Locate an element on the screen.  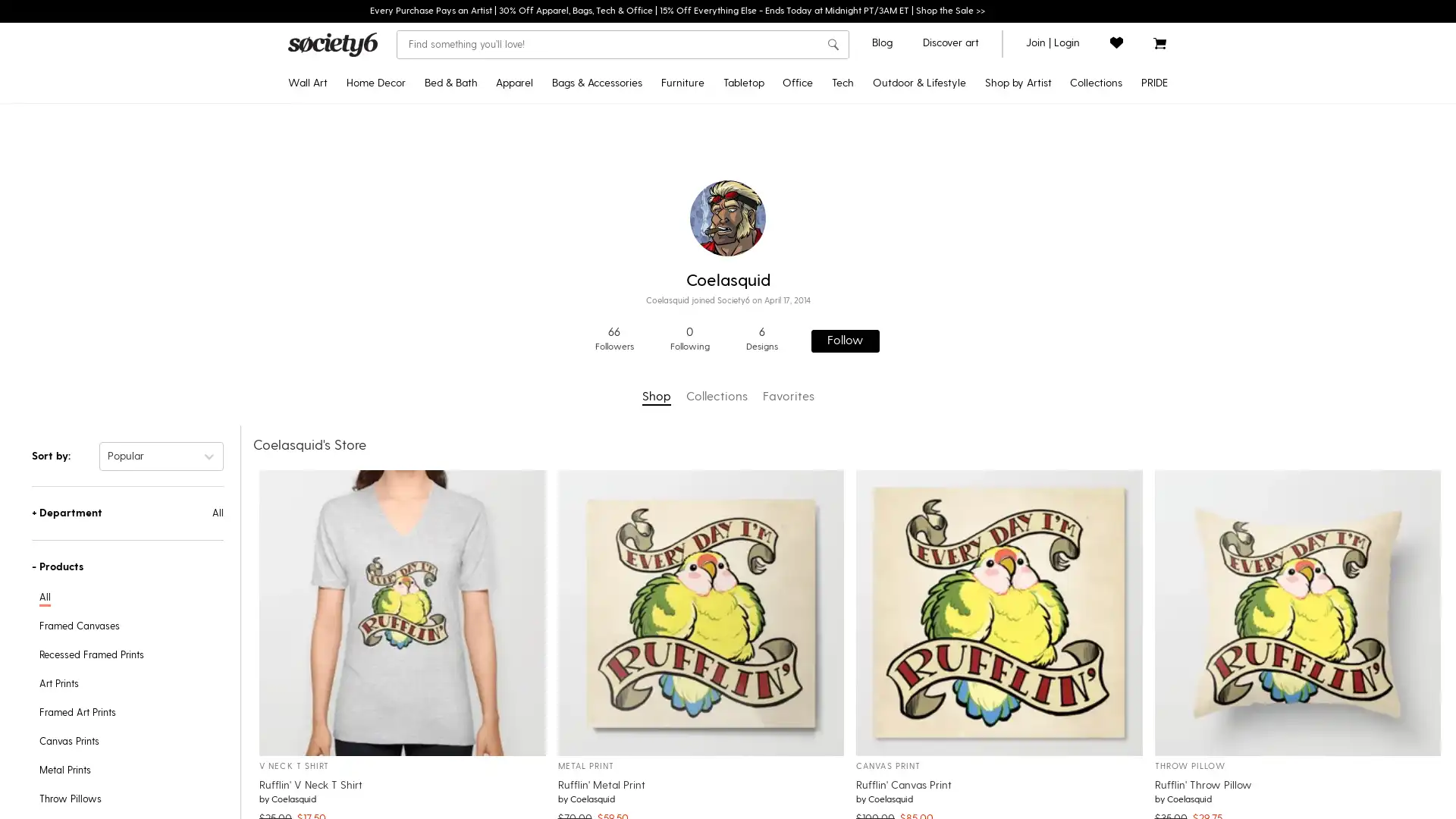
Folding Stools is located at coordinates (939, 415).